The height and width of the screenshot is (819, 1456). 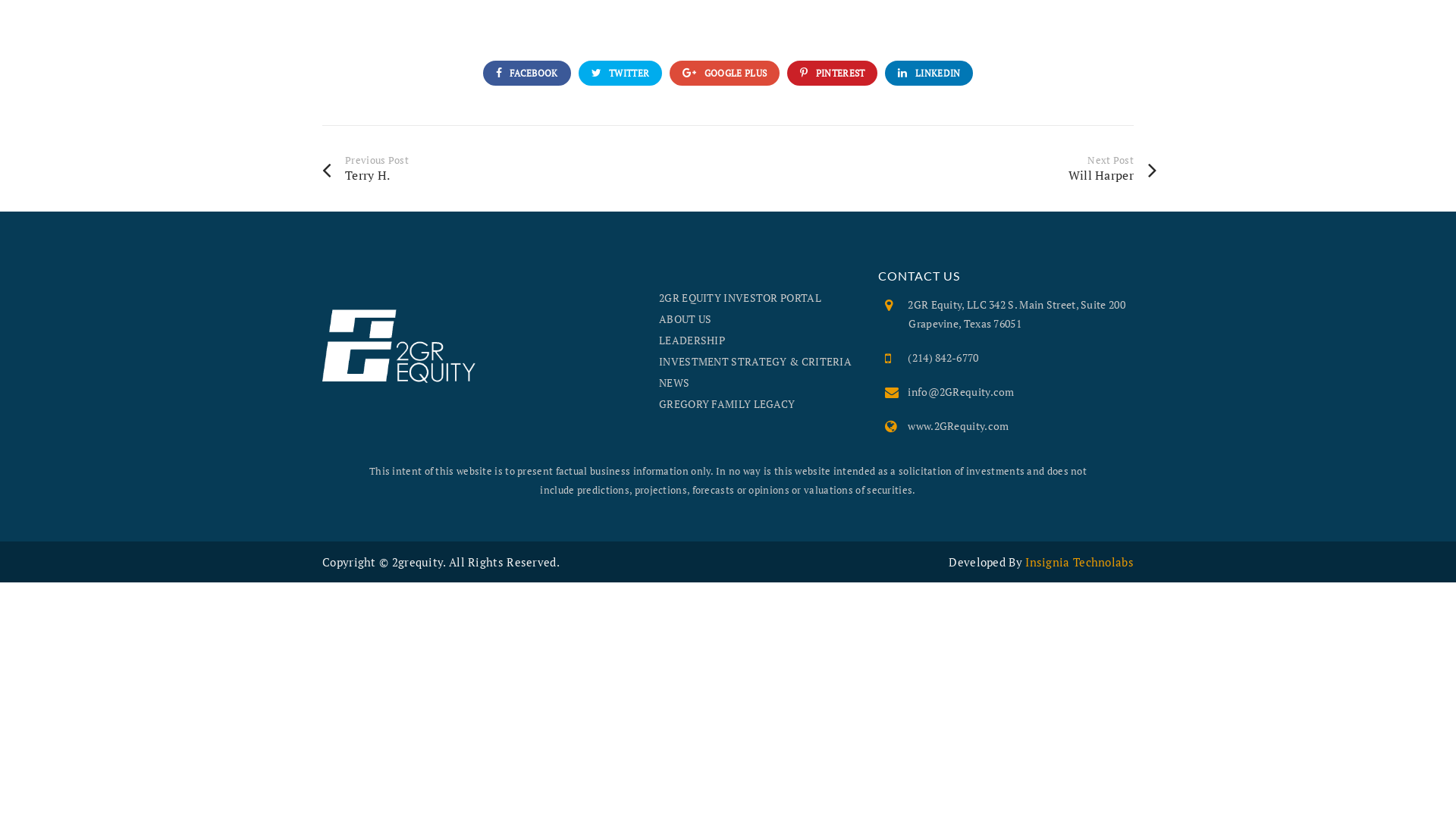 I want to click on 'Insignia Technolabs', so click(x=1025, y=561).